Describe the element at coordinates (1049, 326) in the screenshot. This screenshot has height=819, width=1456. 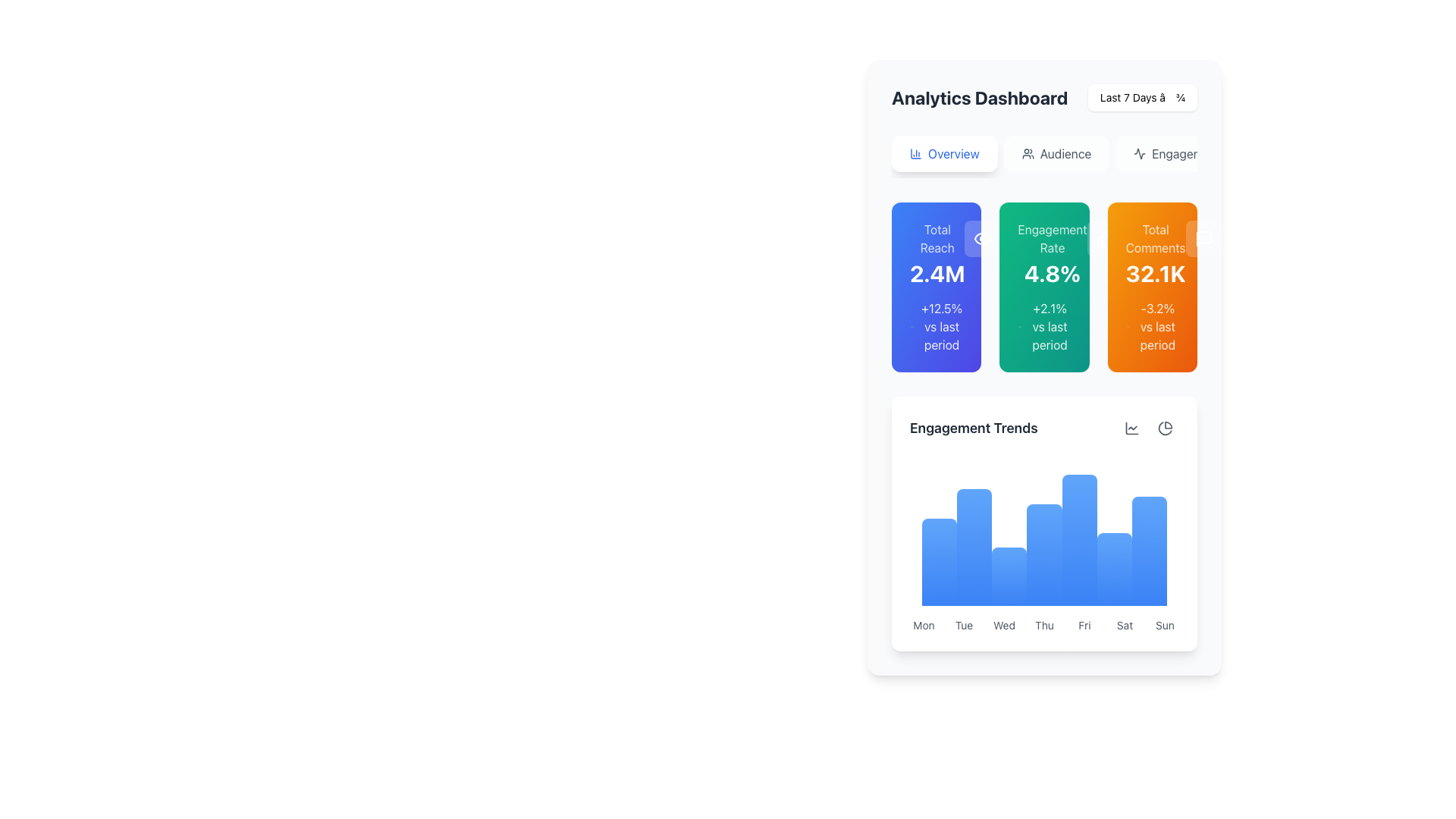
I see `statistical information displayed on the Text label within the green card labeled 'Engagement Rate 4.8%' located in the second column under the 'Analytics Dashboard' header` at that location.